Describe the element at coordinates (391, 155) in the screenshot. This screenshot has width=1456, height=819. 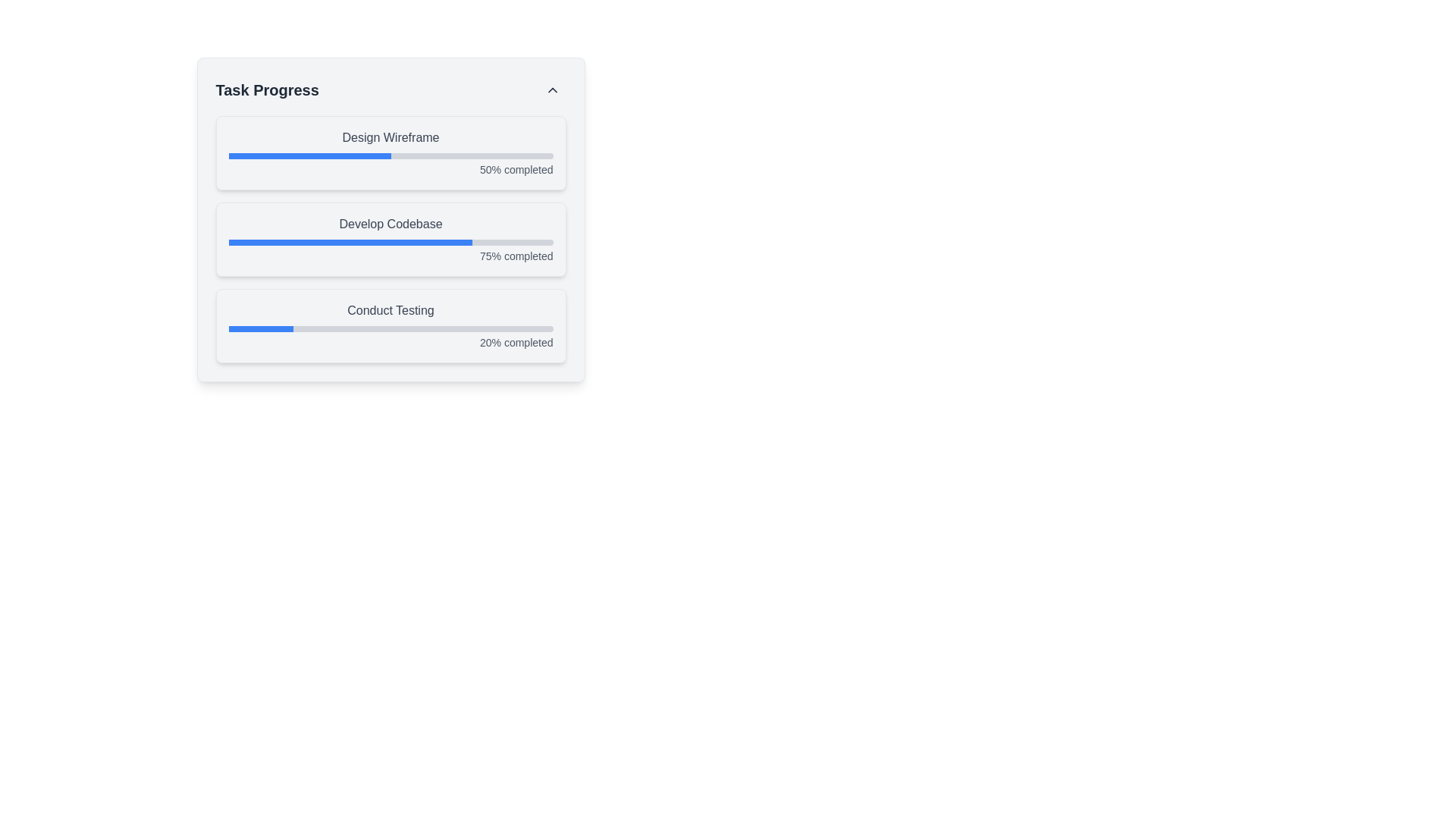
I see `the progress bar indicating completion under the 'Design Wireframe' label, which is visually represented with a light gray background and a blue-filled section` at that location.